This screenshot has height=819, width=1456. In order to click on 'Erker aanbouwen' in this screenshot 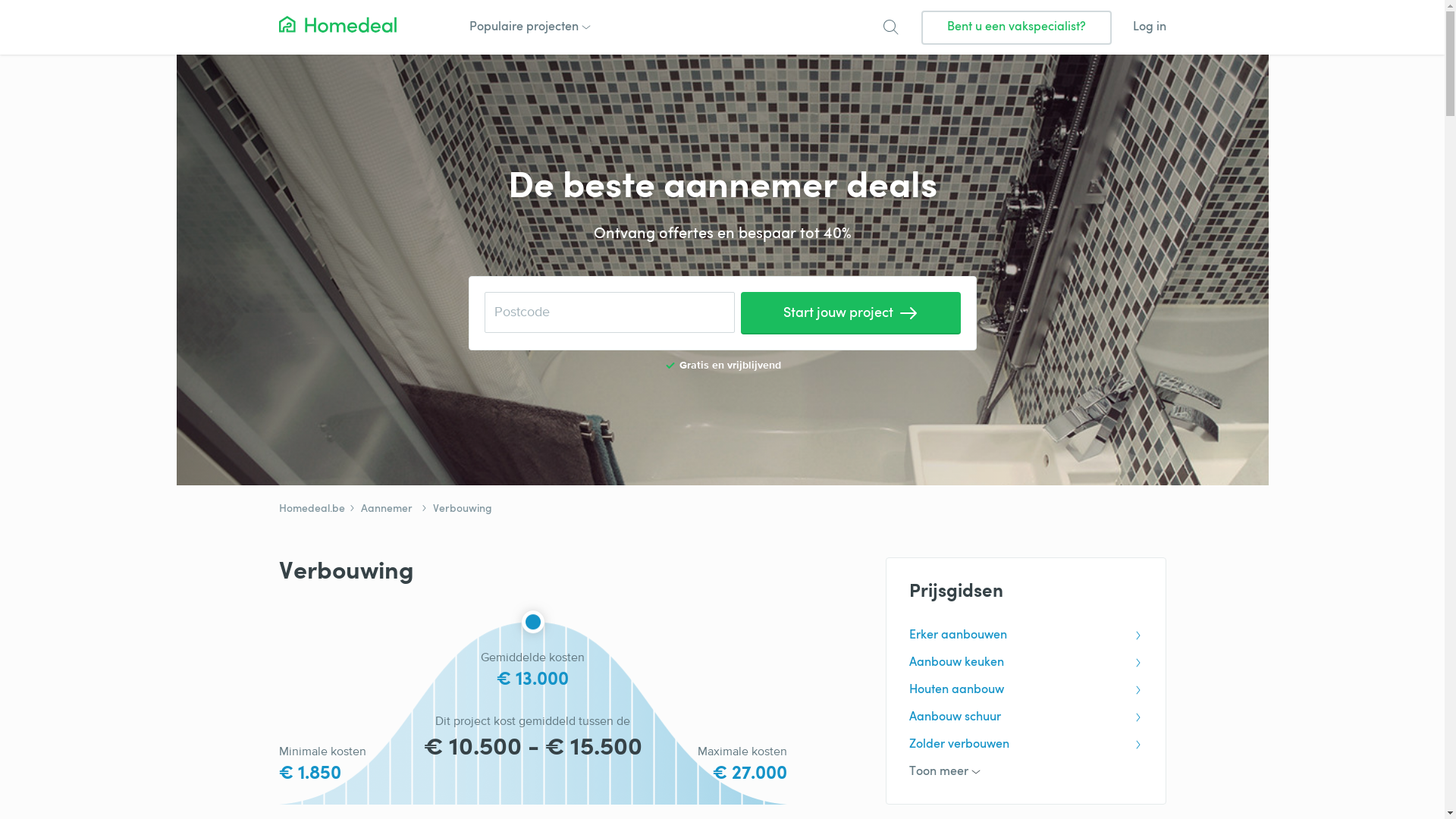, I will do `click(1025, 635)`.